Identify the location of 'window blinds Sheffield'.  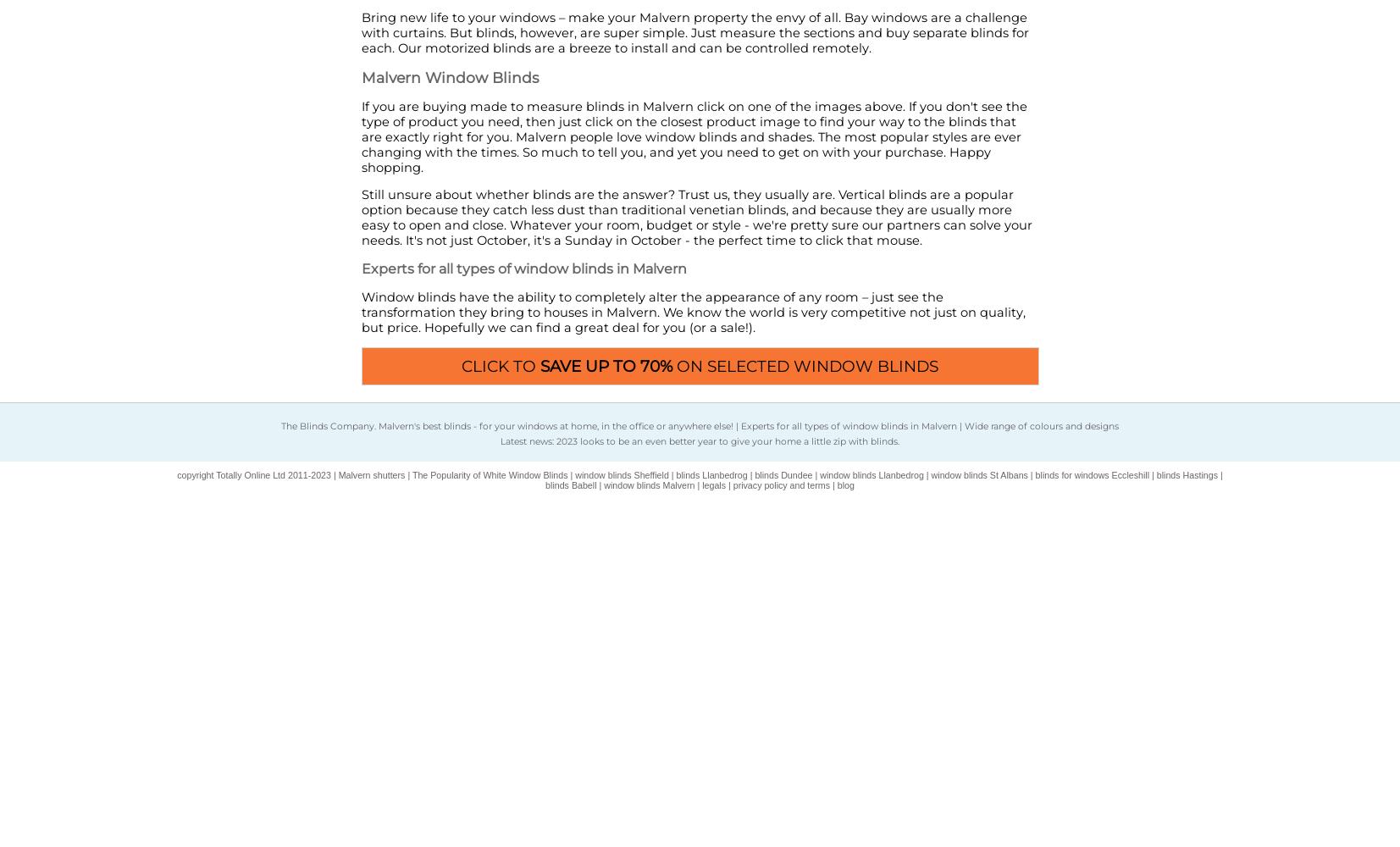
(620, 475).